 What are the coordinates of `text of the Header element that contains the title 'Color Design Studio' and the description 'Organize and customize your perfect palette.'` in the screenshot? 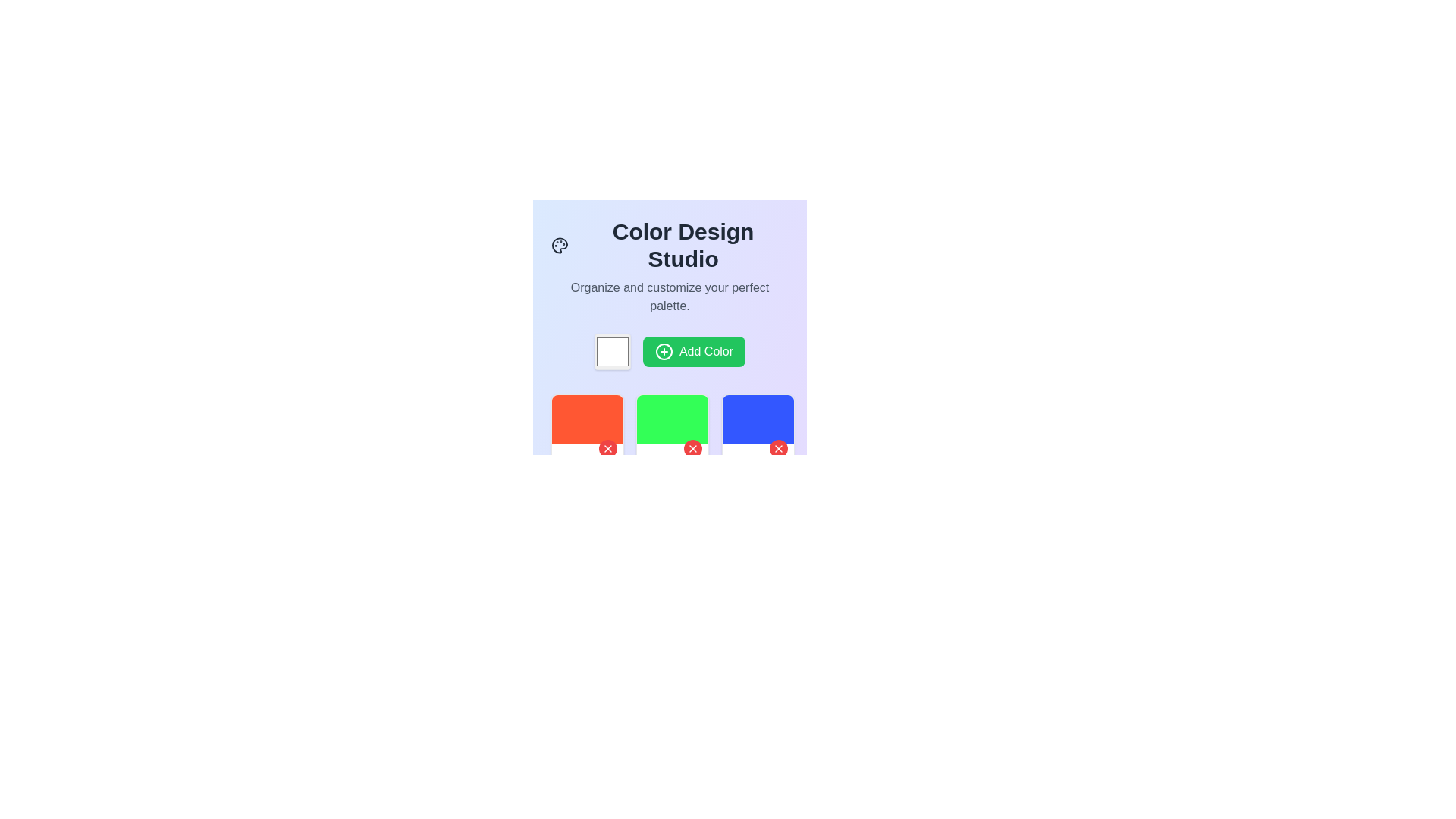 It's located at (669, 265).